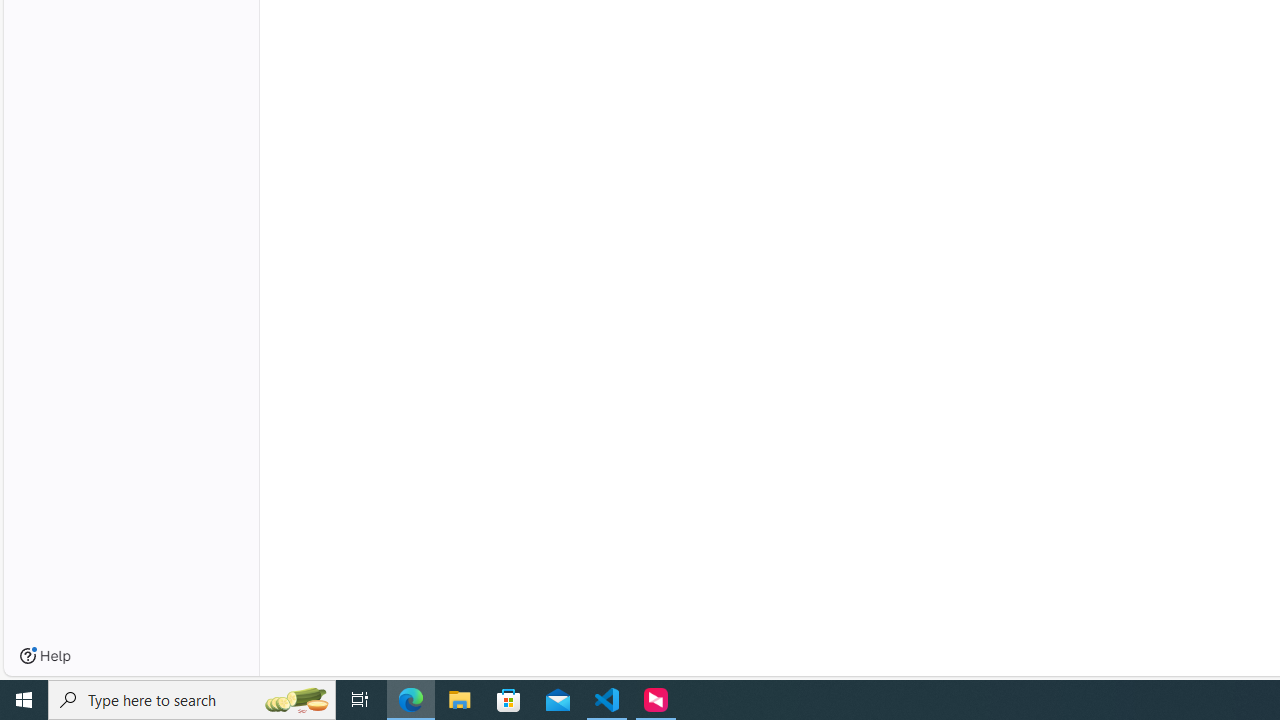 The image size is (1280, 720). I want to click on 'Visual Studio Code - 1 running window', so click(606, 698).